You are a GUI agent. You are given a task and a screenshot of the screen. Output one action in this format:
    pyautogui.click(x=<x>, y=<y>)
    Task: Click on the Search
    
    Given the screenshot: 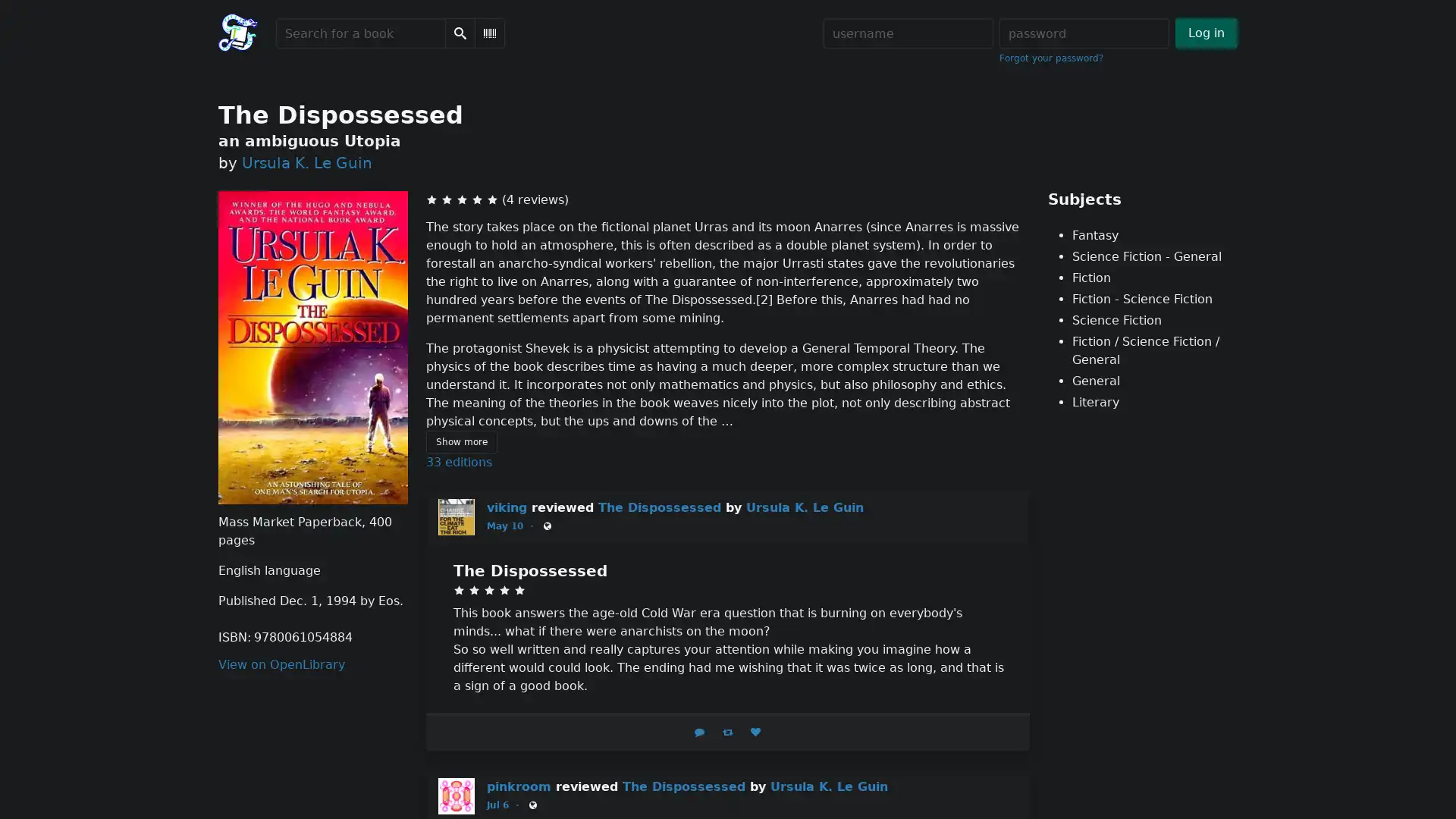 What is the action you would take?
    pyautogui.click(x=459, y=33)
    